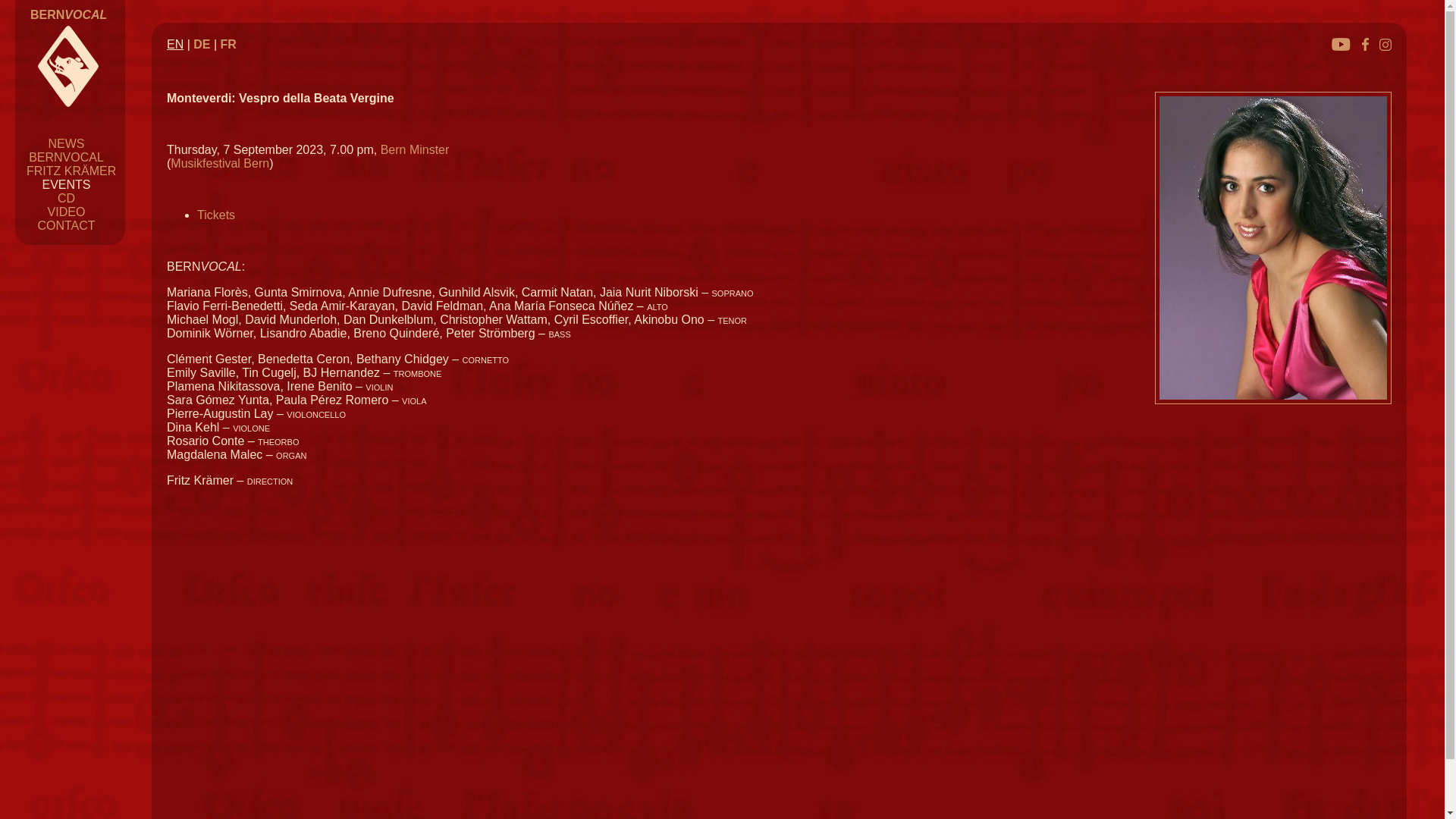  Describe the element at coordinates (64, 225) in the screenshot. I see `'CONTACT'` at that location.